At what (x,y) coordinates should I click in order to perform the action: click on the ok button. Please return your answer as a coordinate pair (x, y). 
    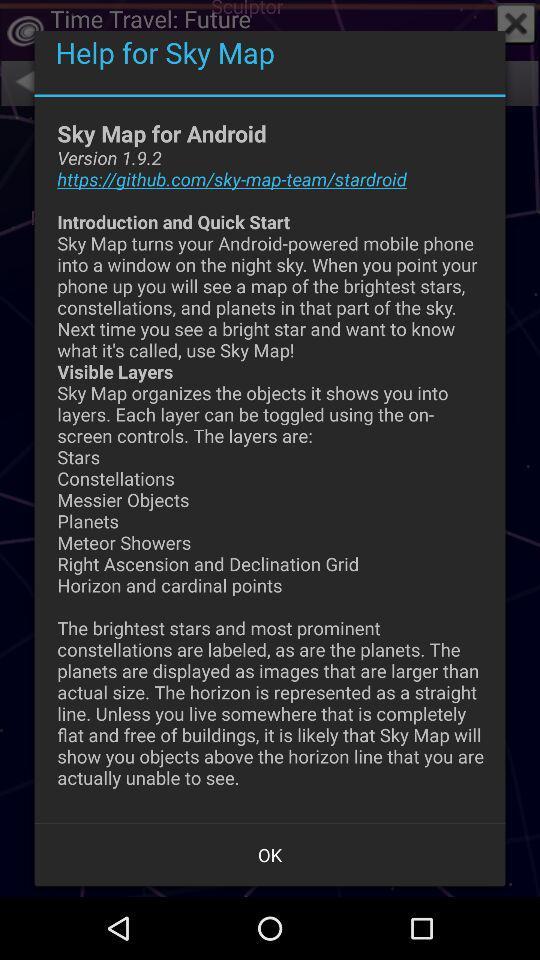
    Looking at the image, I should click on (270, 853).